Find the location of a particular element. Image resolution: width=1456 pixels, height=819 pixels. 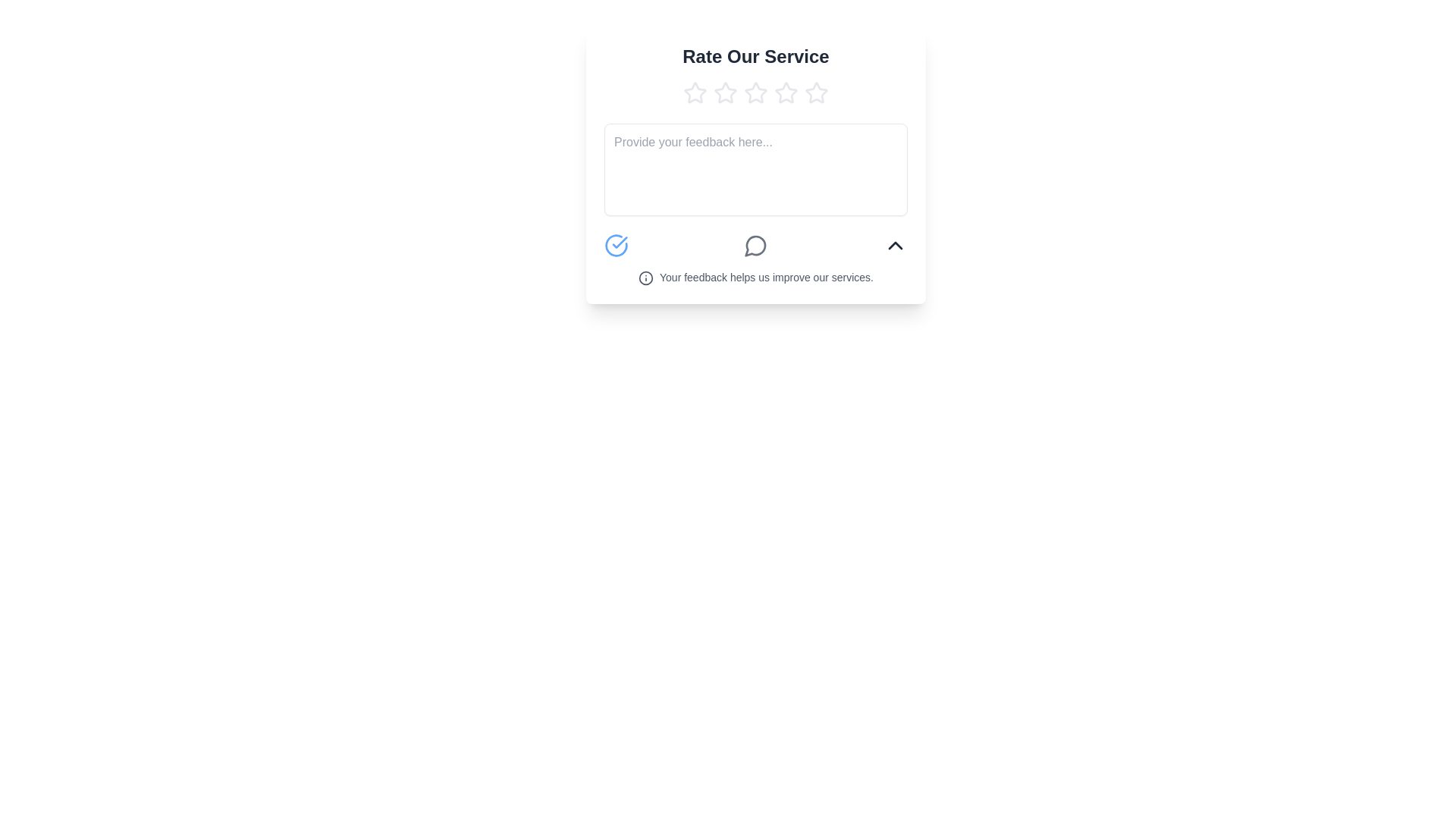

the circular SVG component located below the feedback input section and to the left of the feedback description is located at coordinates (646, 278).